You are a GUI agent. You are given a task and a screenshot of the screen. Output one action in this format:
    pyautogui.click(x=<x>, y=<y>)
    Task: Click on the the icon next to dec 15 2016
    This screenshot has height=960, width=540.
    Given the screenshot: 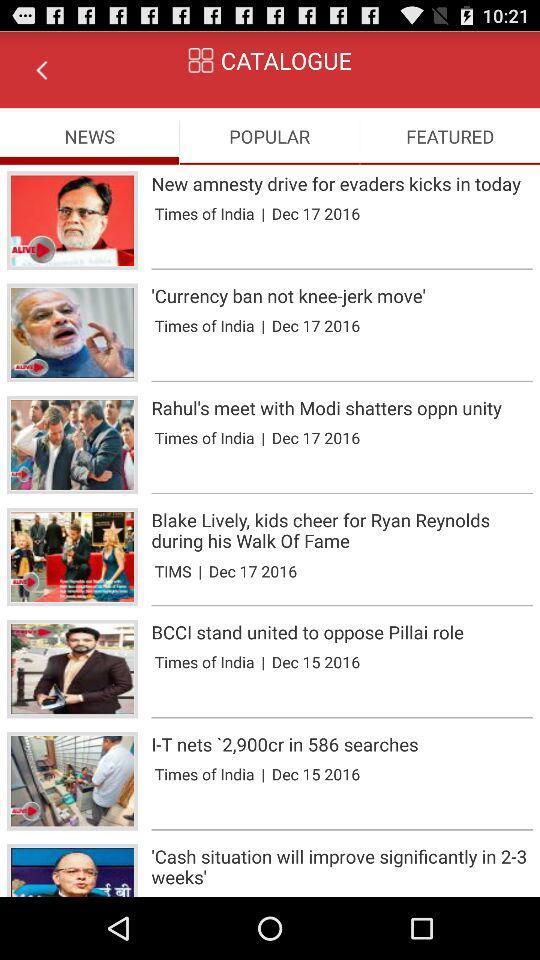 What is the action you would take?
    pyautogui.click(x=263, y=773)
    